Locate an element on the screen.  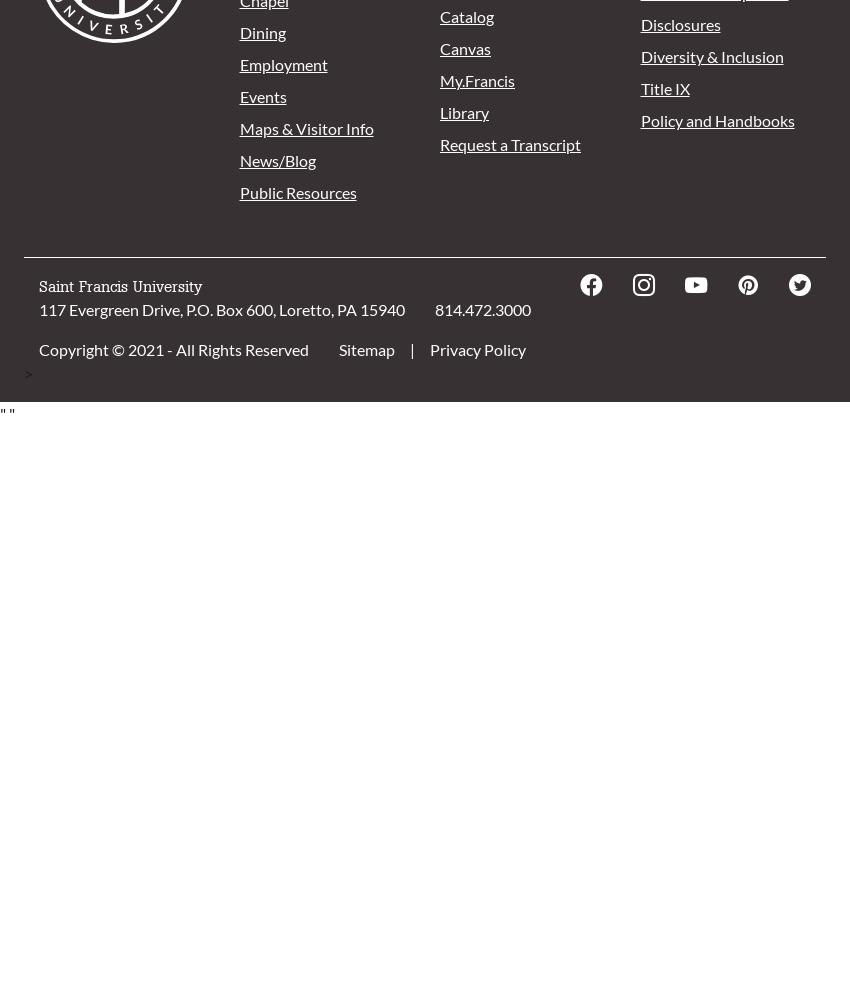
'Policy and Handbooks' is located at coordinates (715, 119).